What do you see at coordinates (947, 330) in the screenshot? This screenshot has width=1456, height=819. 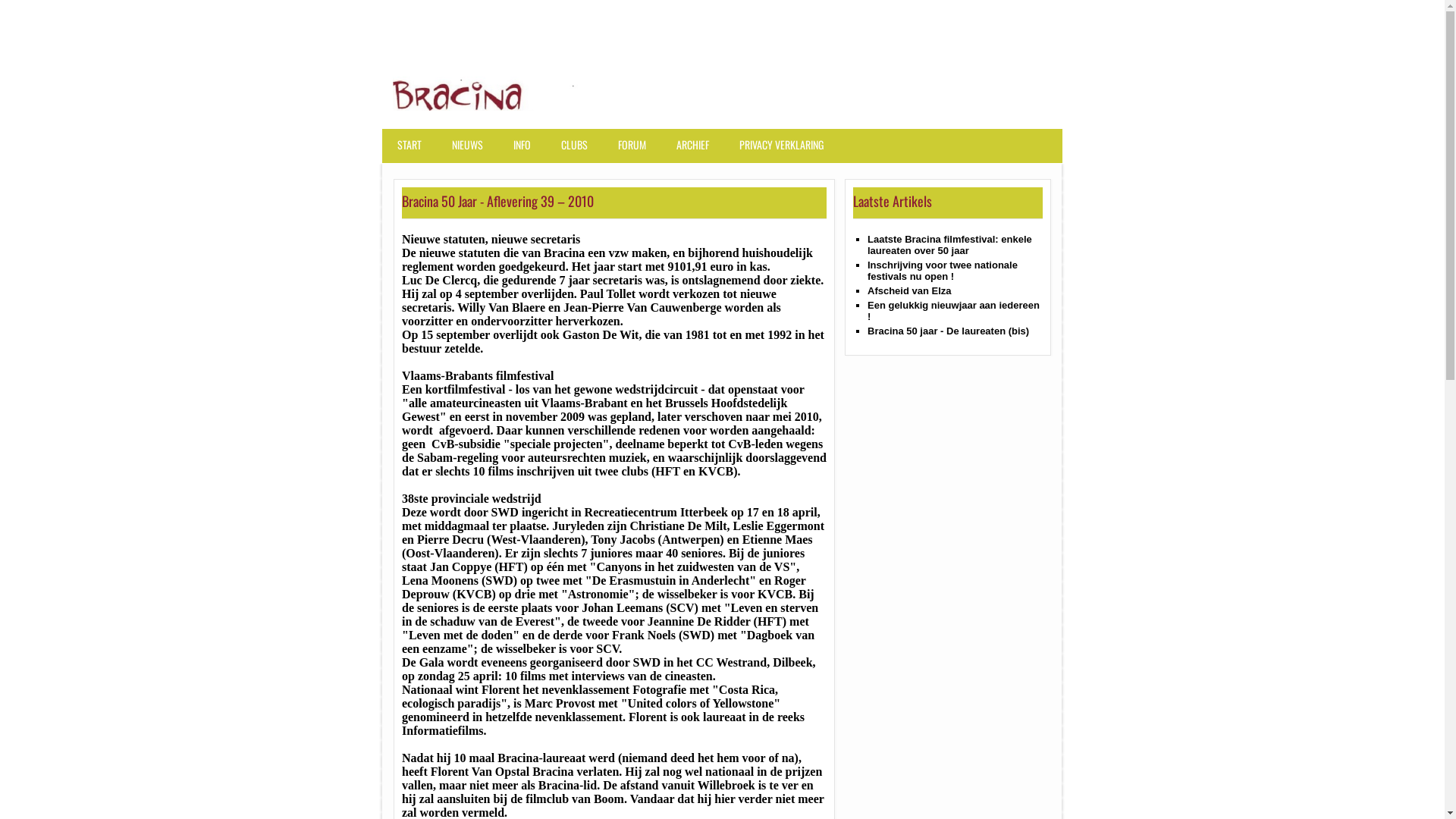 I see `'Bracina 50 jaar - De laureaten (bis)'` at bounding box center [947, 330].